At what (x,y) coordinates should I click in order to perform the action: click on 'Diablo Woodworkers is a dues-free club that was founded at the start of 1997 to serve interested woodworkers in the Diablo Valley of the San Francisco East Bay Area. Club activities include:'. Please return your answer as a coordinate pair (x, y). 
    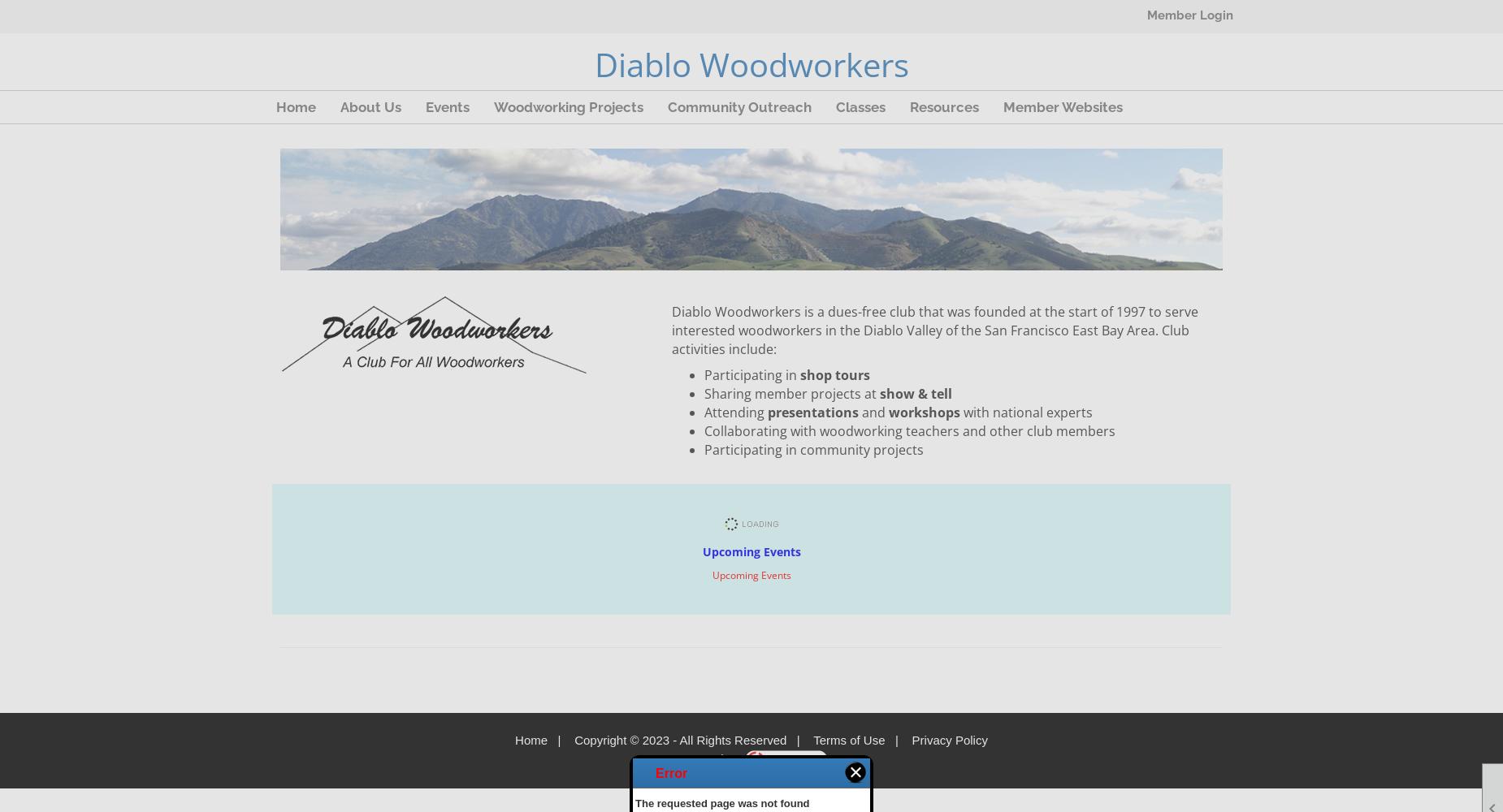
    Looking at the image, I should click on (934, 330).